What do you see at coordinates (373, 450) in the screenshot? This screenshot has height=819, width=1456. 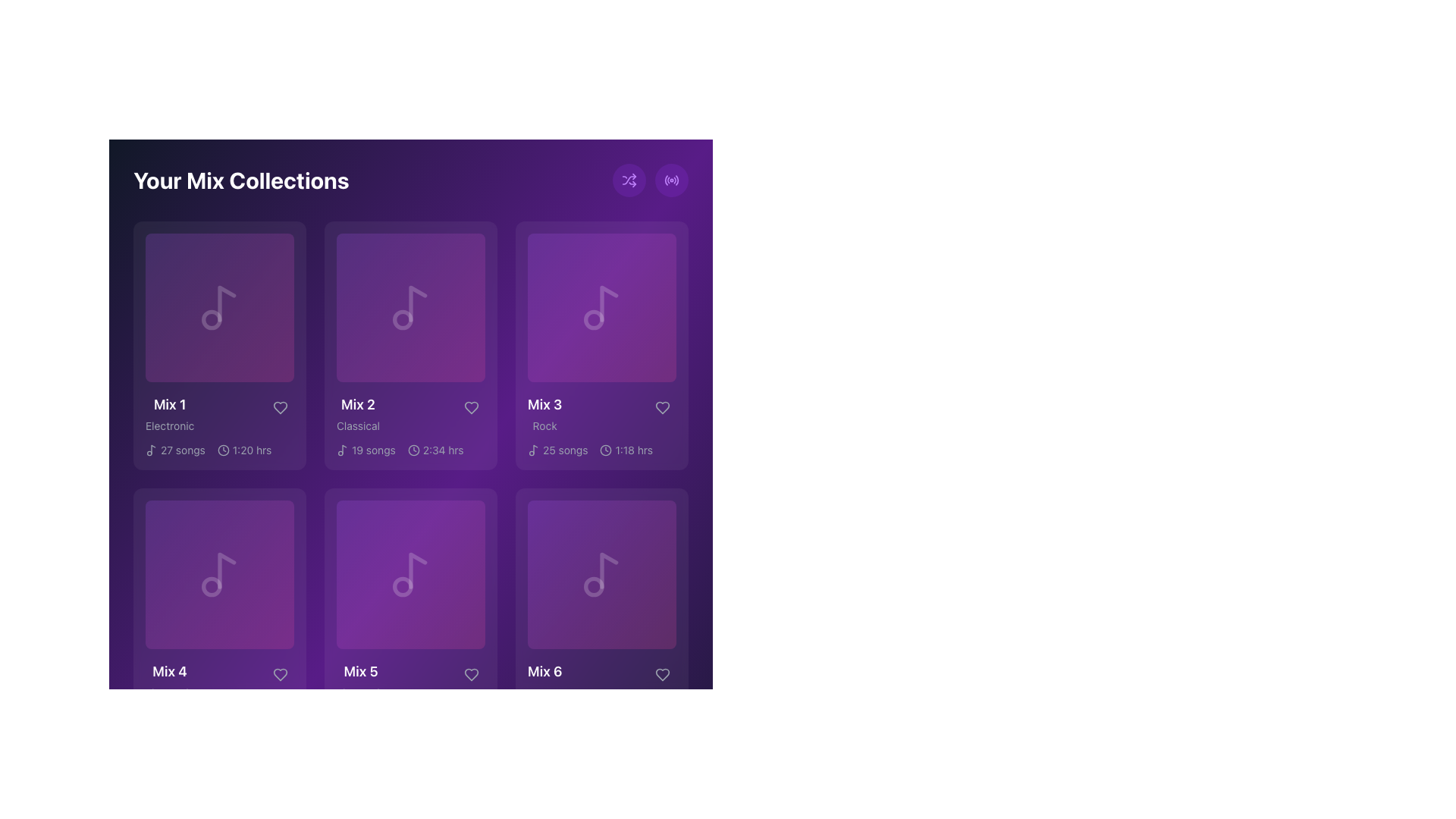 I see `text label that indicates the number of songs available in the 'Mix 2' collection, located in the lower part of the second card in the first row of the music collection grid, adjacent to a small music note icon and above duration information` at bounding box center [373, 450].